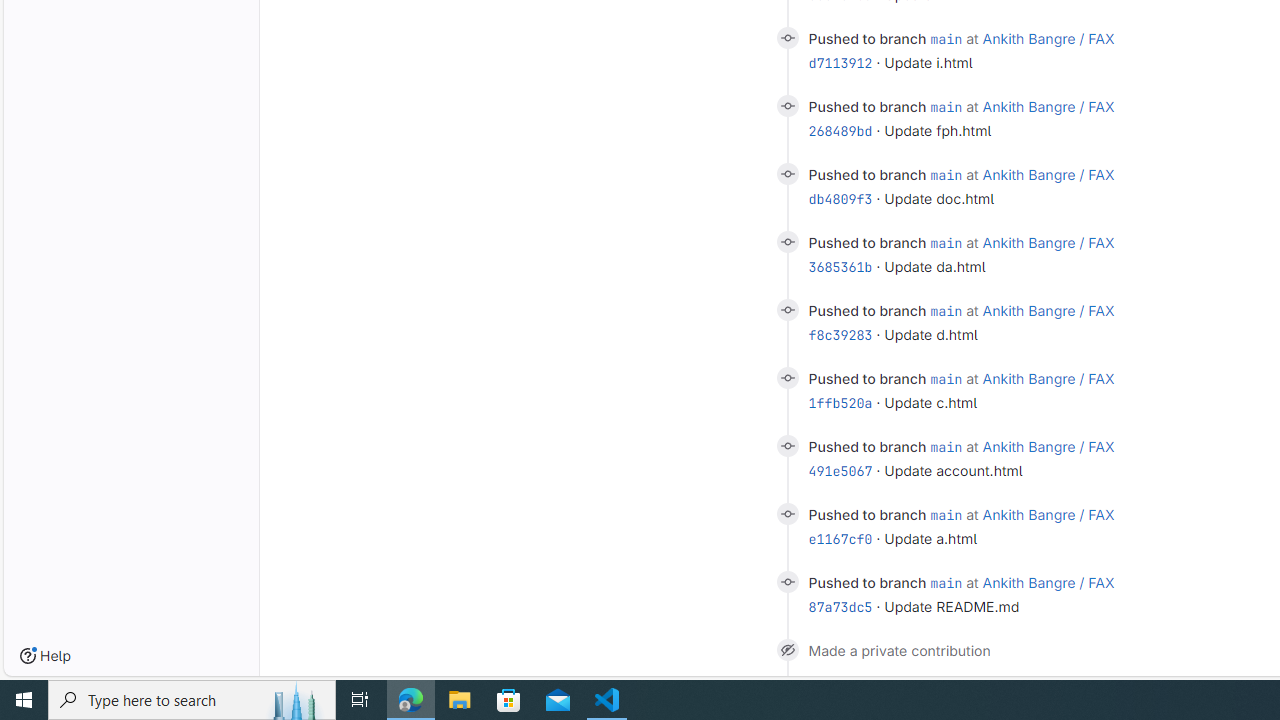 This screenshot has height=720, width=1280. What do you see at coordinates (840, 606) in the screenshot?
I see `'87a73dc5'` at bounding box center [840, 606].